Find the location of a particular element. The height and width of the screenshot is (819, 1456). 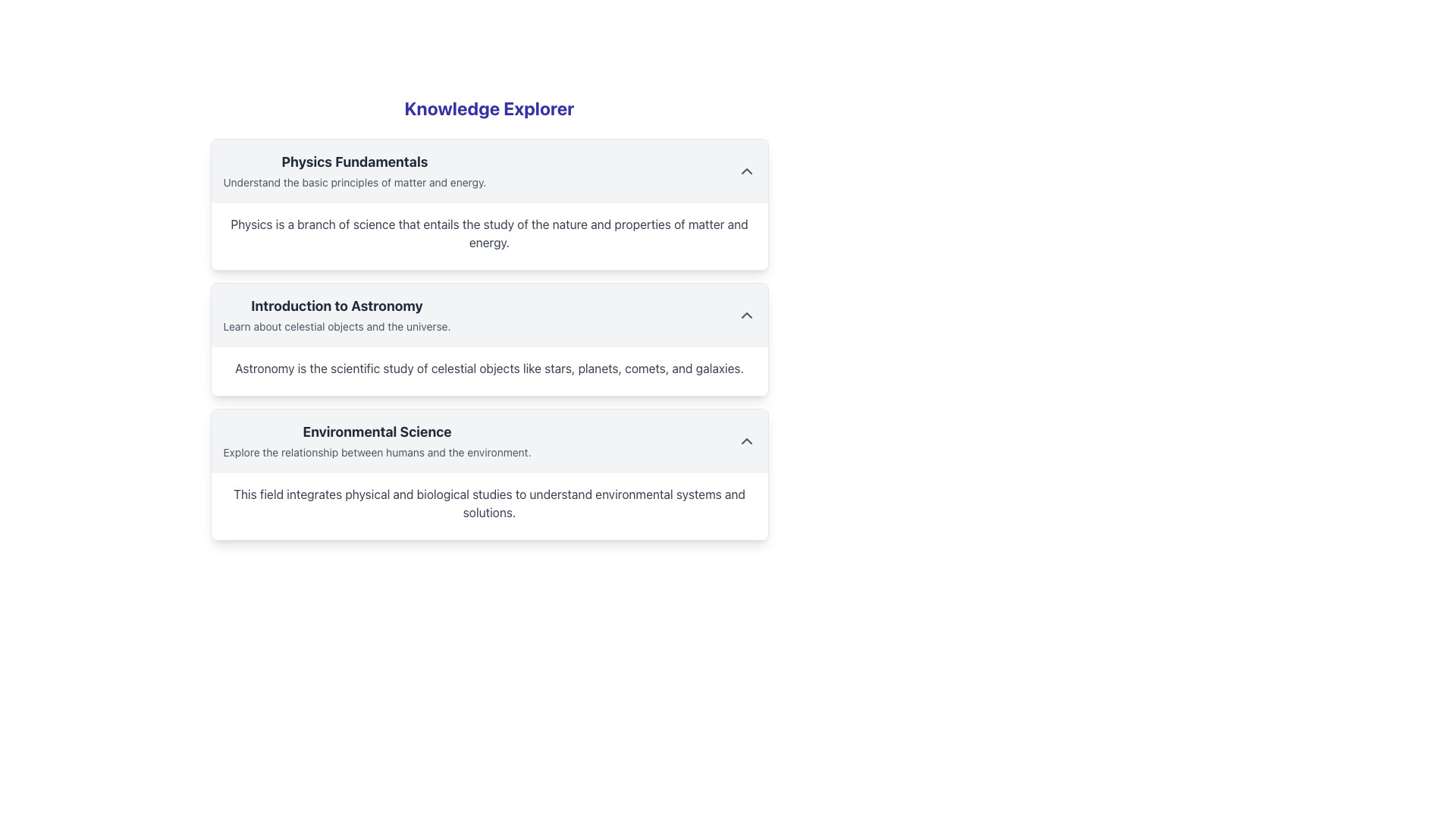

the first Informational Card for 'Physics Fundamentals' located in the 'Knowledge Explorer' section, which is directly above the 'Introduction to Astronomy' card is located at coordinates (489, 205).